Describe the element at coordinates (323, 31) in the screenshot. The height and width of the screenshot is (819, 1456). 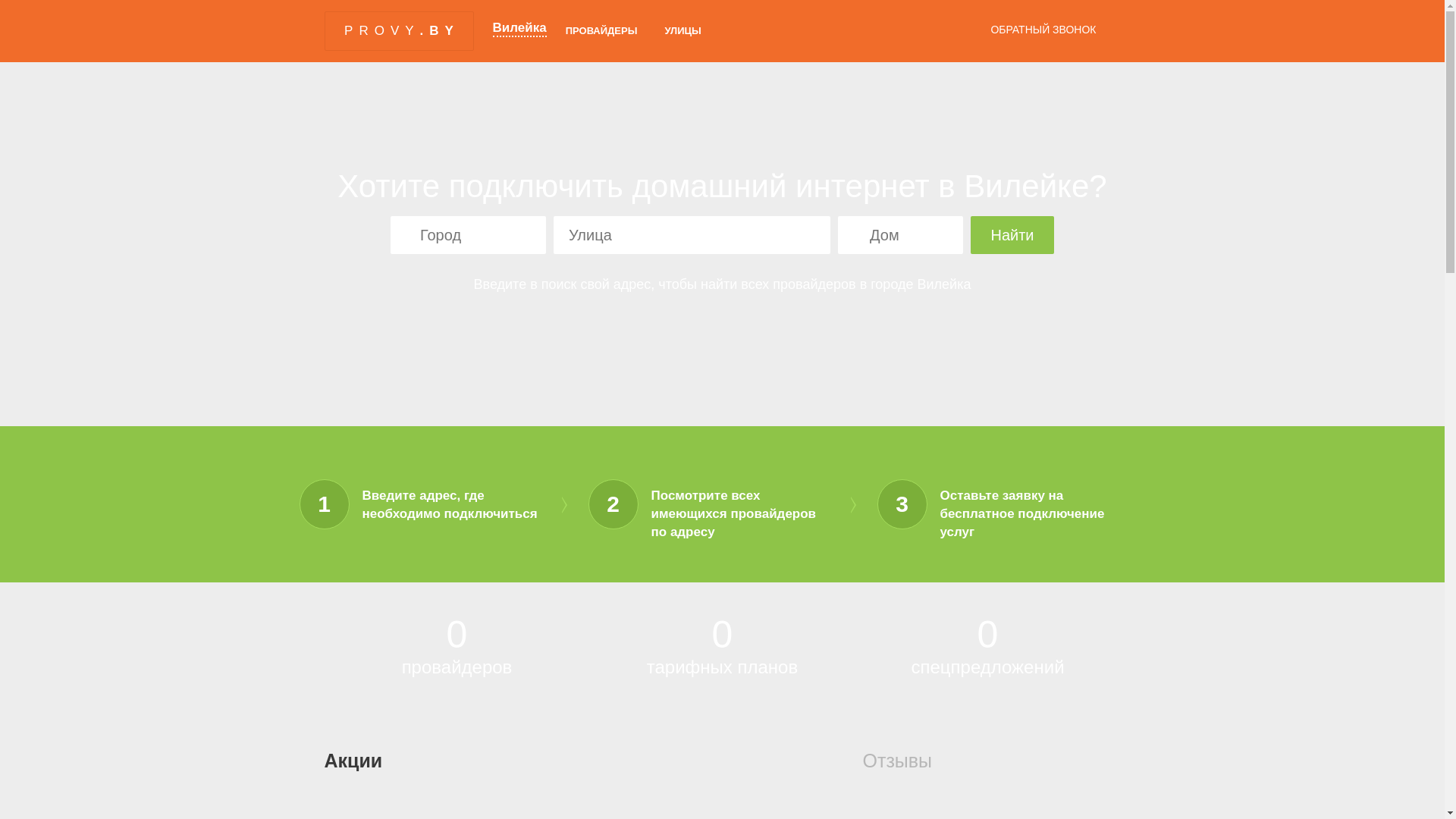
I see `'PROVY.BY'` at that location.